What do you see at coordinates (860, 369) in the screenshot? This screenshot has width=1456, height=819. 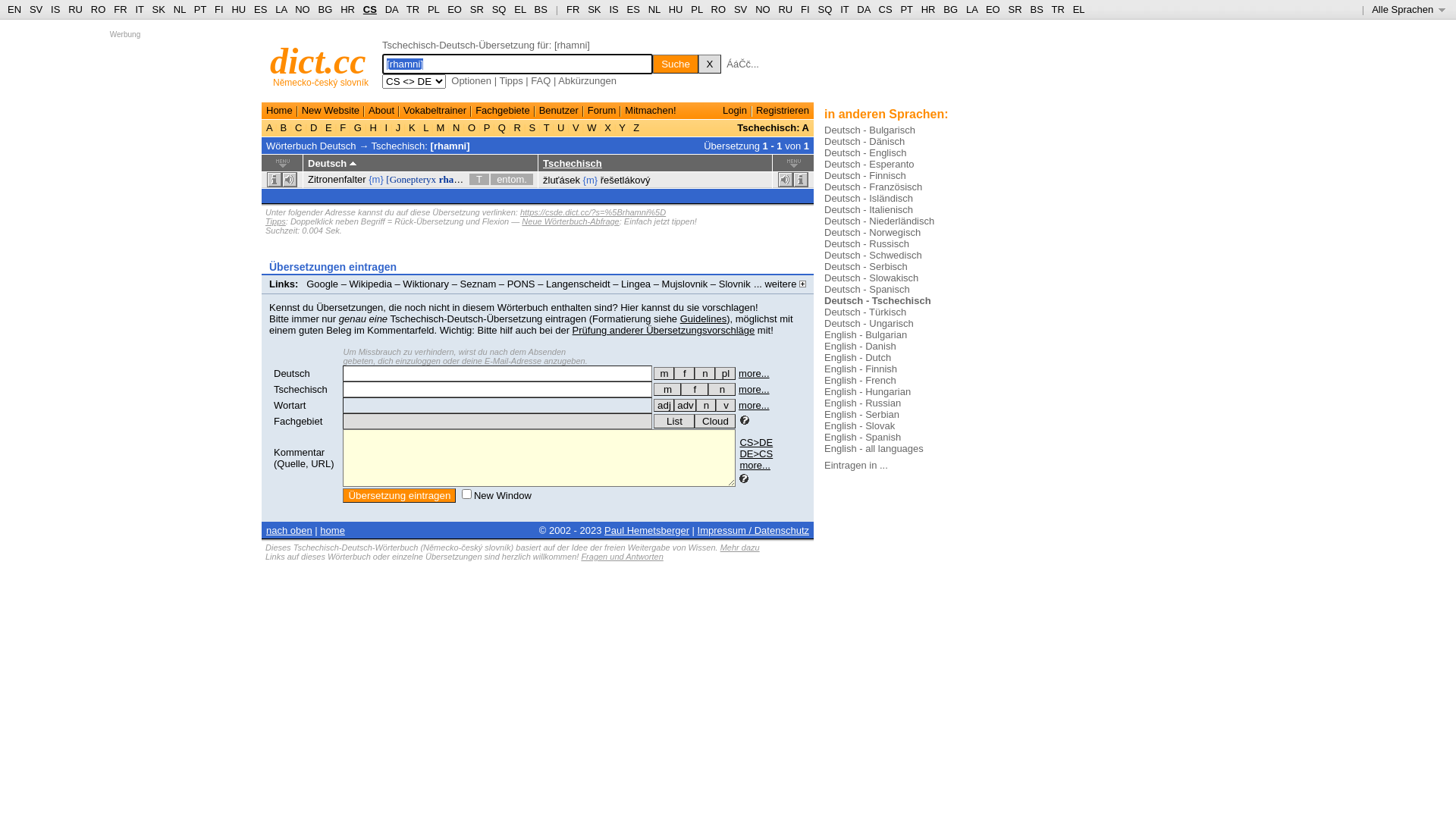 I see `'English - Finnish'` at bounding box center [860, 369].